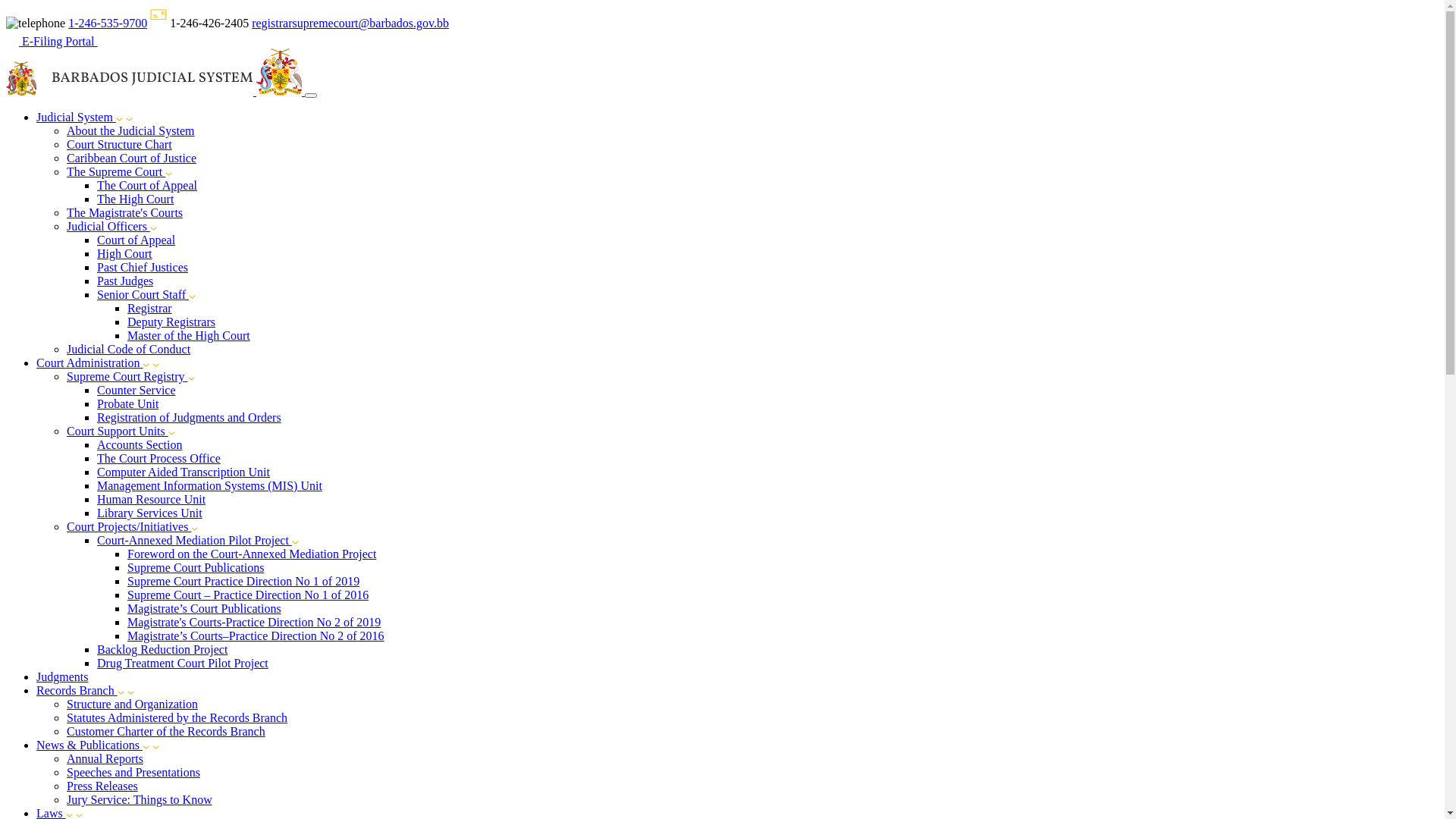  I want to click on 'Supreme Court Registry', so click(127, 375).